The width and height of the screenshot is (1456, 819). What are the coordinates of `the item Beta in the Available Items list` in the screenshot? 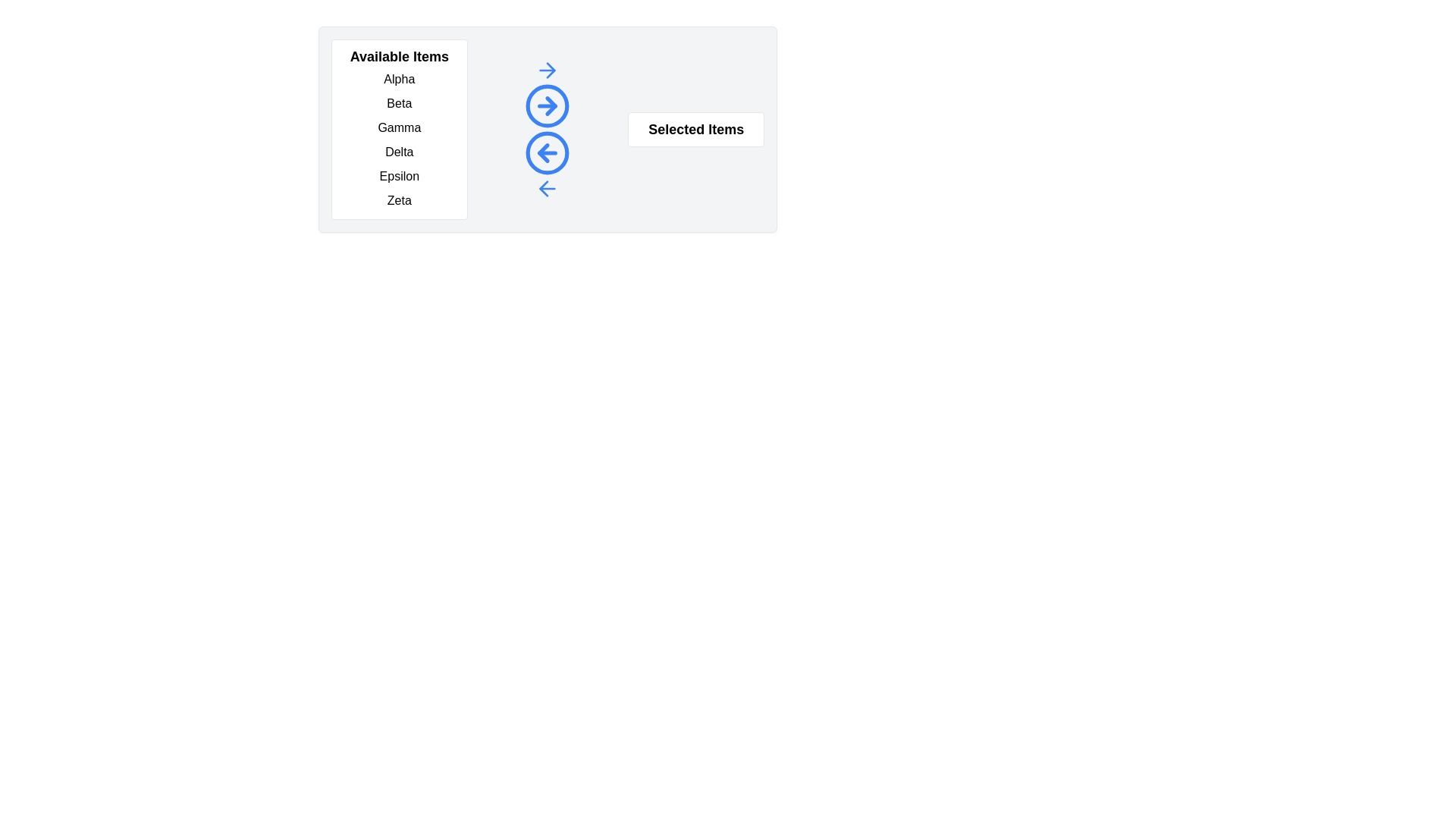 It's located at (399, 103).